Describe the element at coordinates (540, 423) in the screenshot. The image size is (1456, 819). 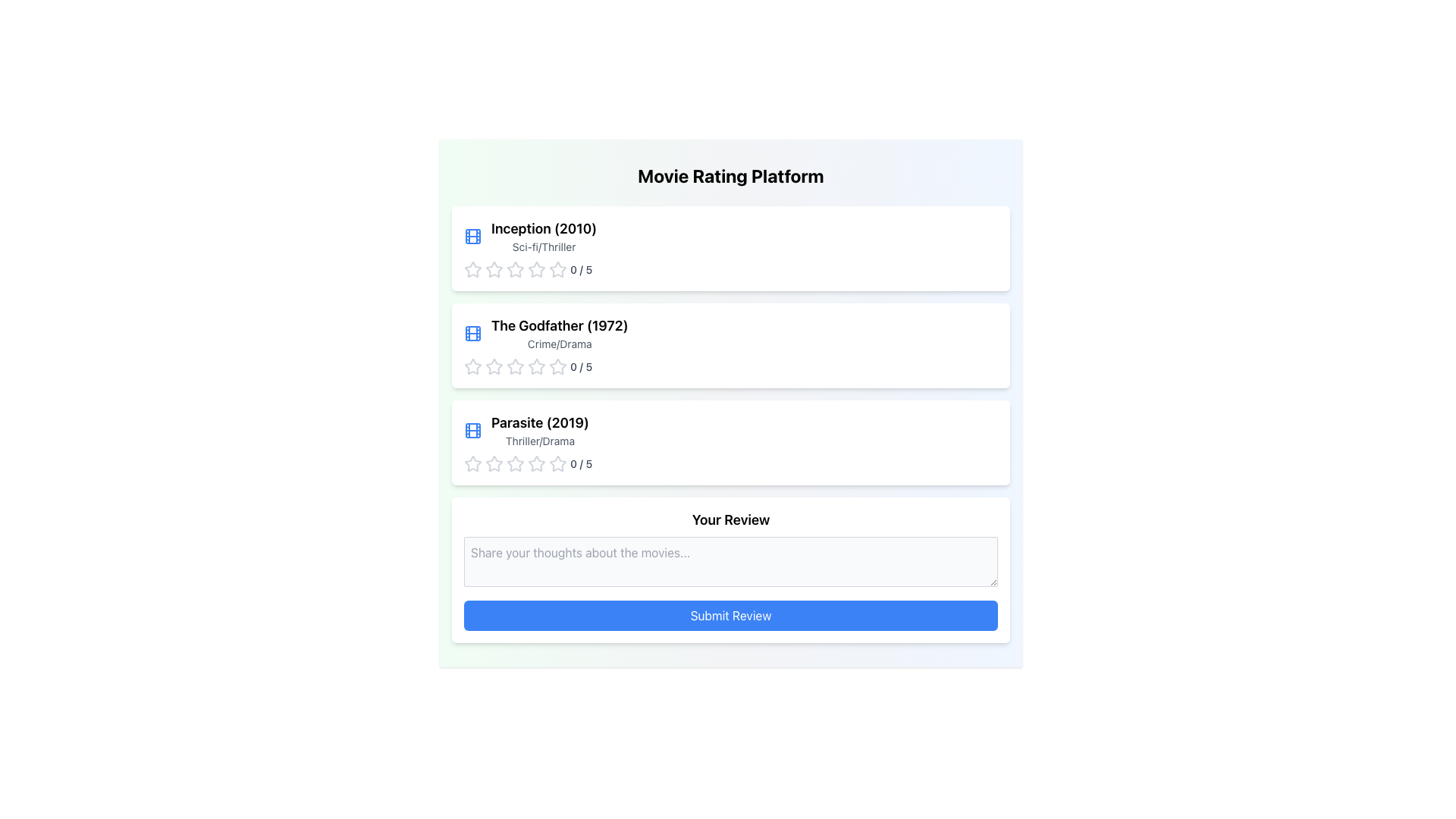
I see `text label displaying 'Parasite (2019)' which is the first text line on the third card in a vertically stacked list` at that location.